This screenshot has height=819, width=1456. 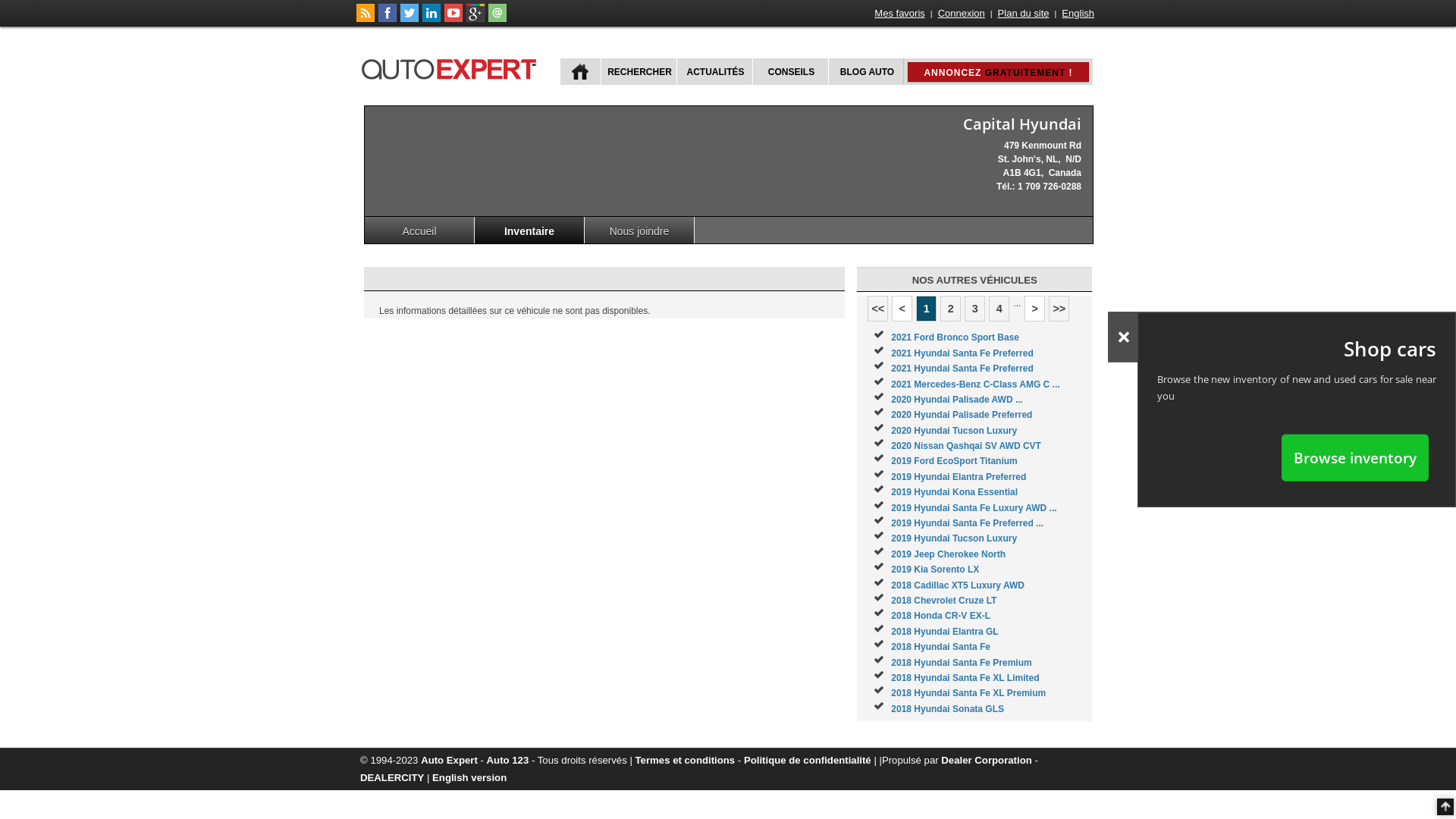 I want to click on 'Mes favoris', so click(x=899, y=13).